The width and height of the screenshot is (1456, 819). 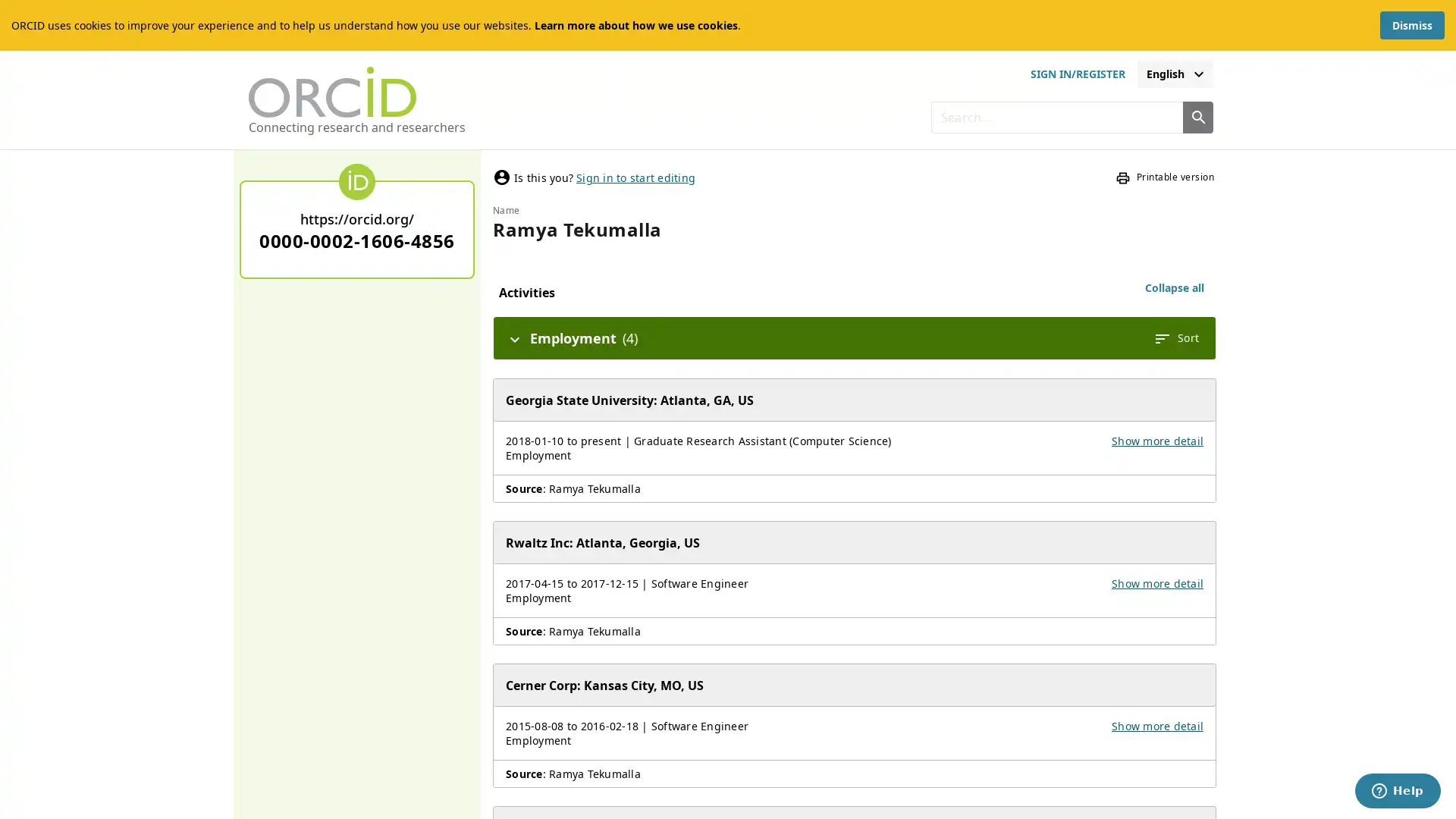 I want to click on Collapse all, so click(x=1174, y=288).